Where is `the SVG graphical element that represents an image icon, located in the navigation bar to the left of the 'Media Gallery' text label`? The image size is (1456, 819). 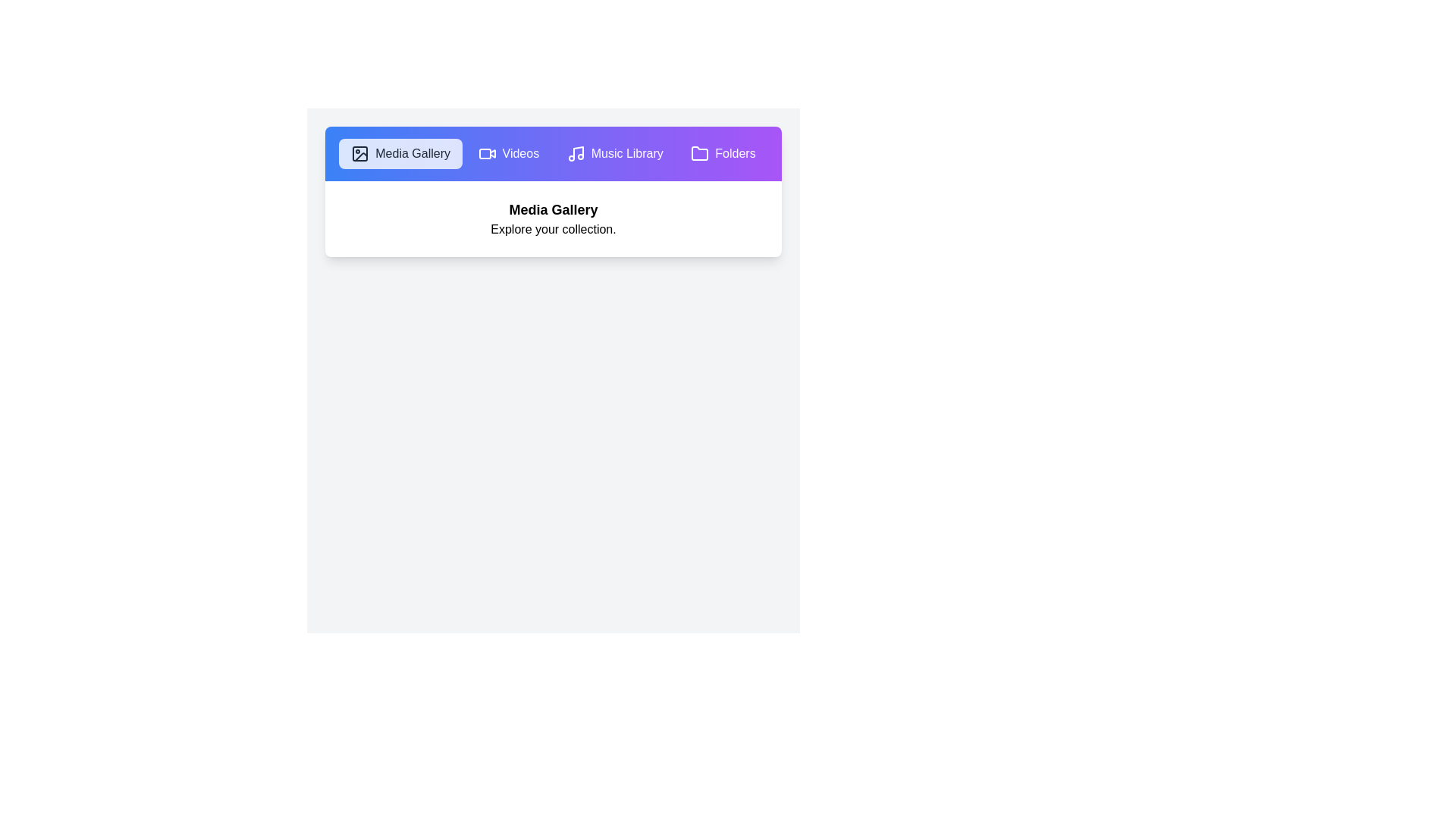 the SVG graphical element that represents an image icon, located in the navigation bar to the left of the 'Media Gallery' text label is located at coordinates (360, 157).